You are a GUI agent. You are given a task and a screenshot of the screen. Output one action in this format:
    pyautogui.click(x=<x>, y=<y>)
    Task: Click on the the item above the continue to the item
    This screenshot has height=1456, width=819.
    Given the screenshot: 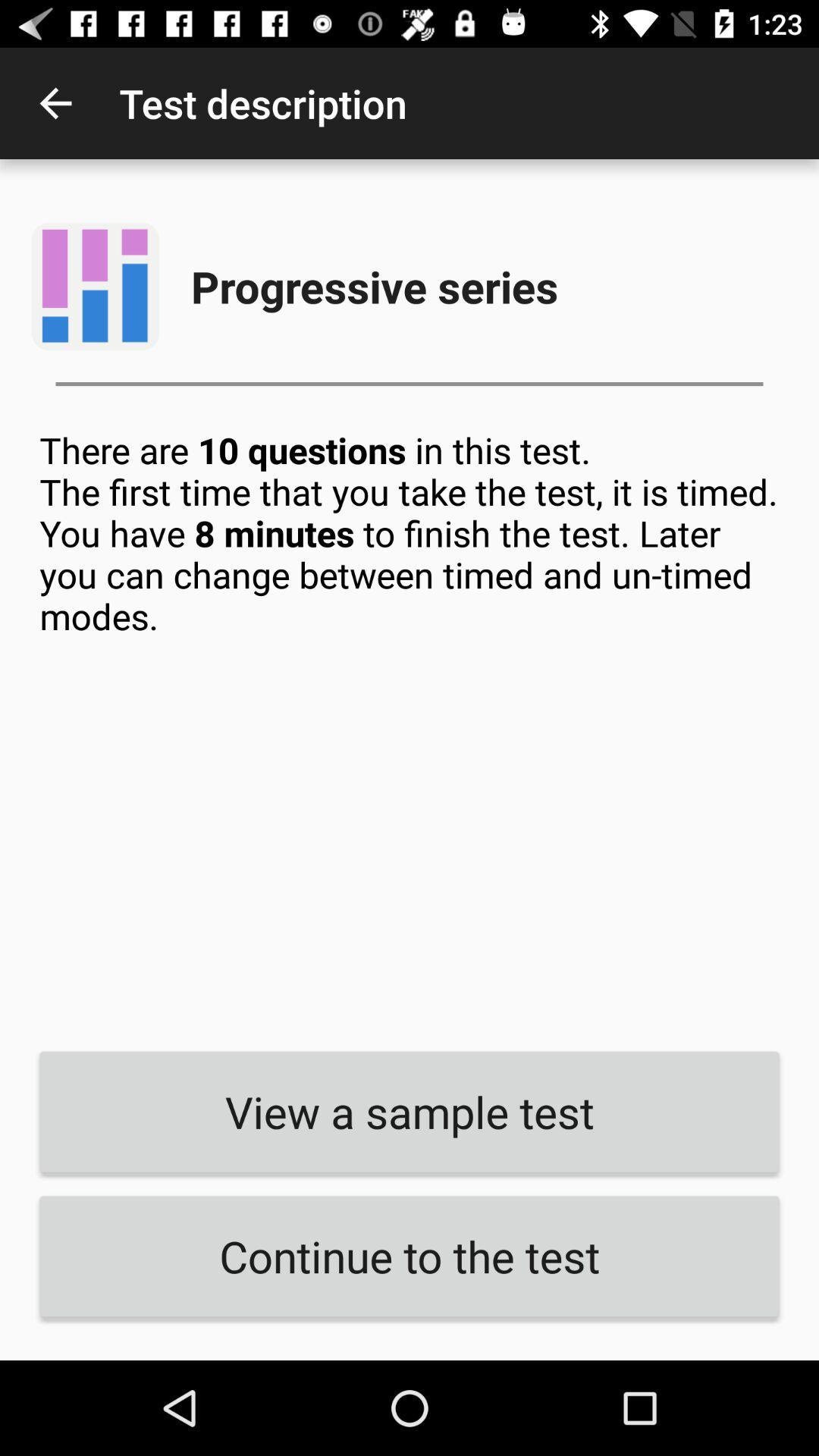 What is the action you would take?
    pyautogui.click(x=409, y=1112)
    